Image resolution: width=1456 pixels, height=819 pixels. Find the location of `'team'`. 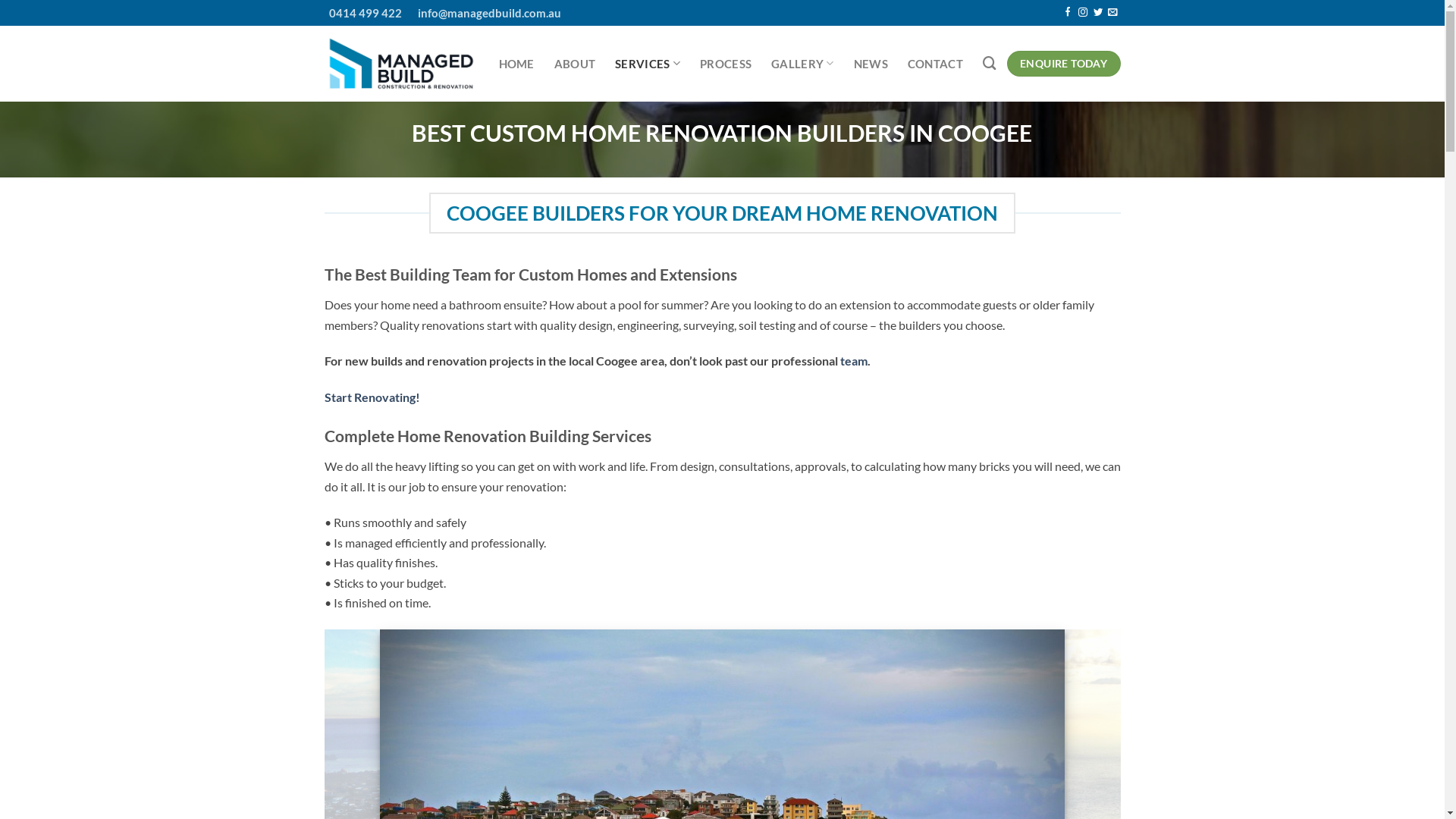

'team' is located at coordinates (839, 360).